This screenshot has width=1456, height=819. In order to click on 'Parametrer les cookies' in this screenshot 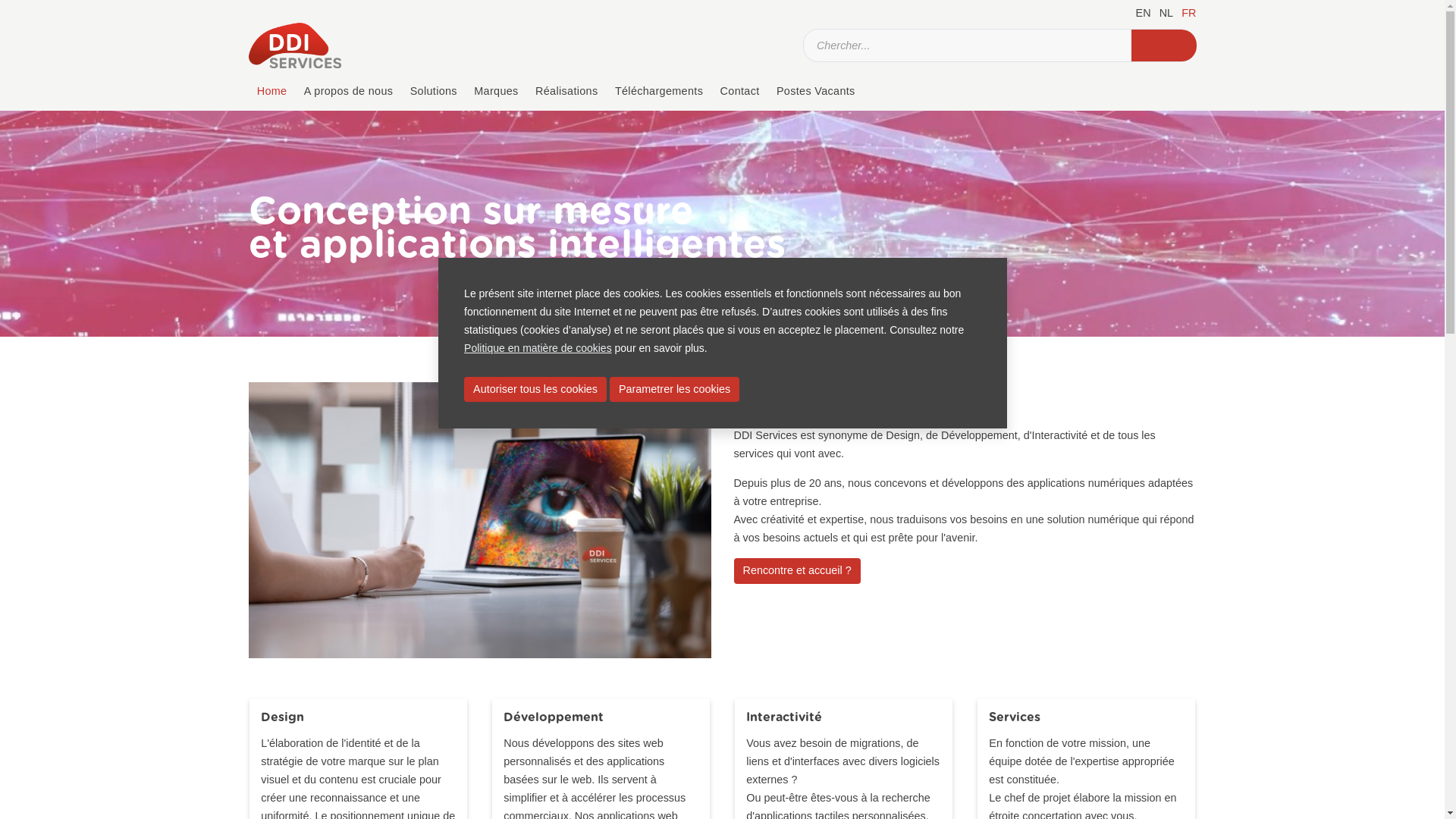, I will do `click(673, 388)`.